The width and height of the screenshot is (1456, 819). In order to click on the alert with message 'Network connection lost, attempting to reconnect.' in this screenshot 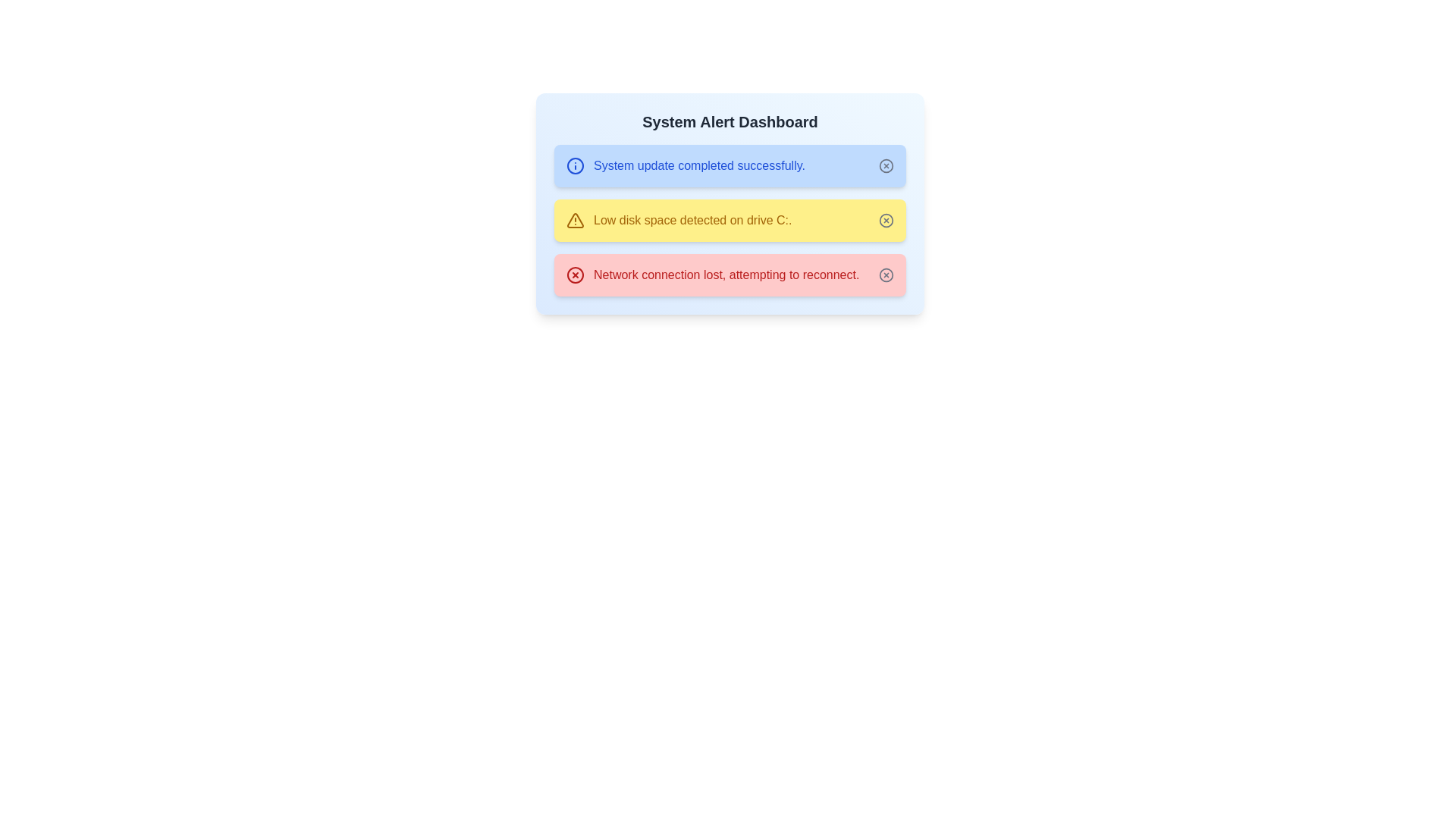, I will do `click(712, 275)`.